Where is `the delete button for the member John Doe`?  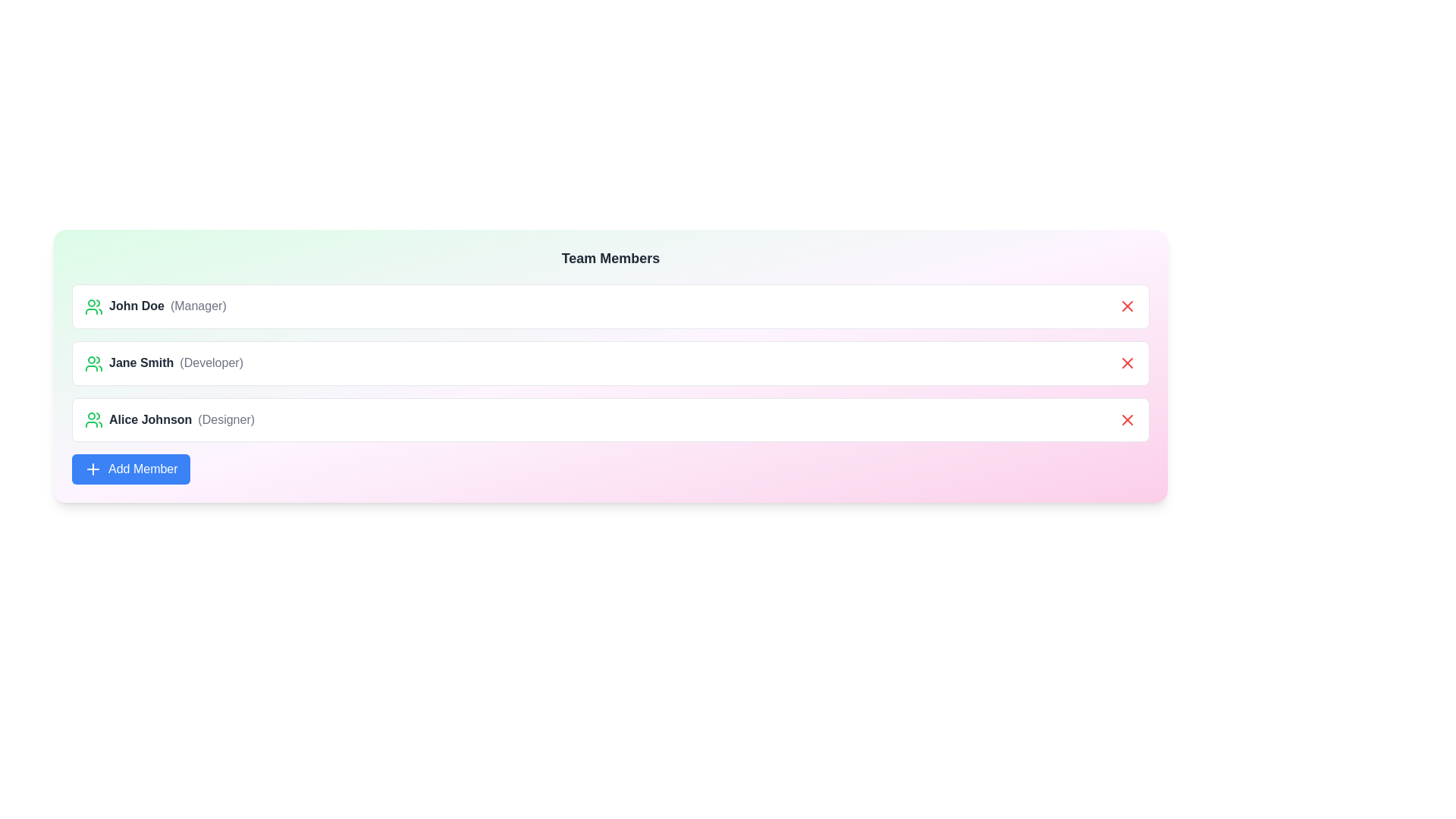
the delete button for the member John Doe is located at coordinates (1128, 306).